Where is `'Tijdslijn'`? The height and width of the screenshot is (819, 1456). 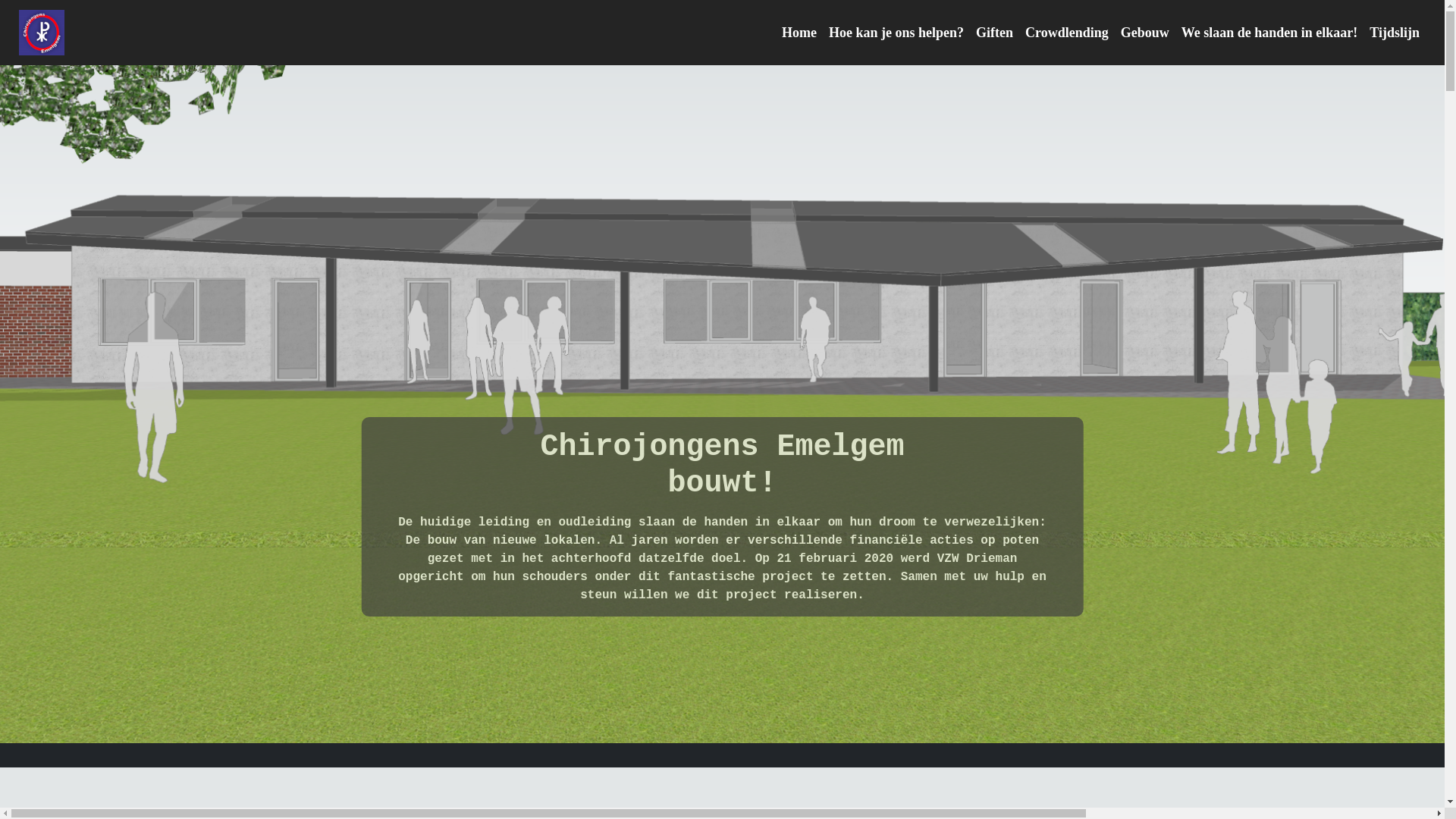 'Tijdslijn' is located at coordinates (1363, 33).